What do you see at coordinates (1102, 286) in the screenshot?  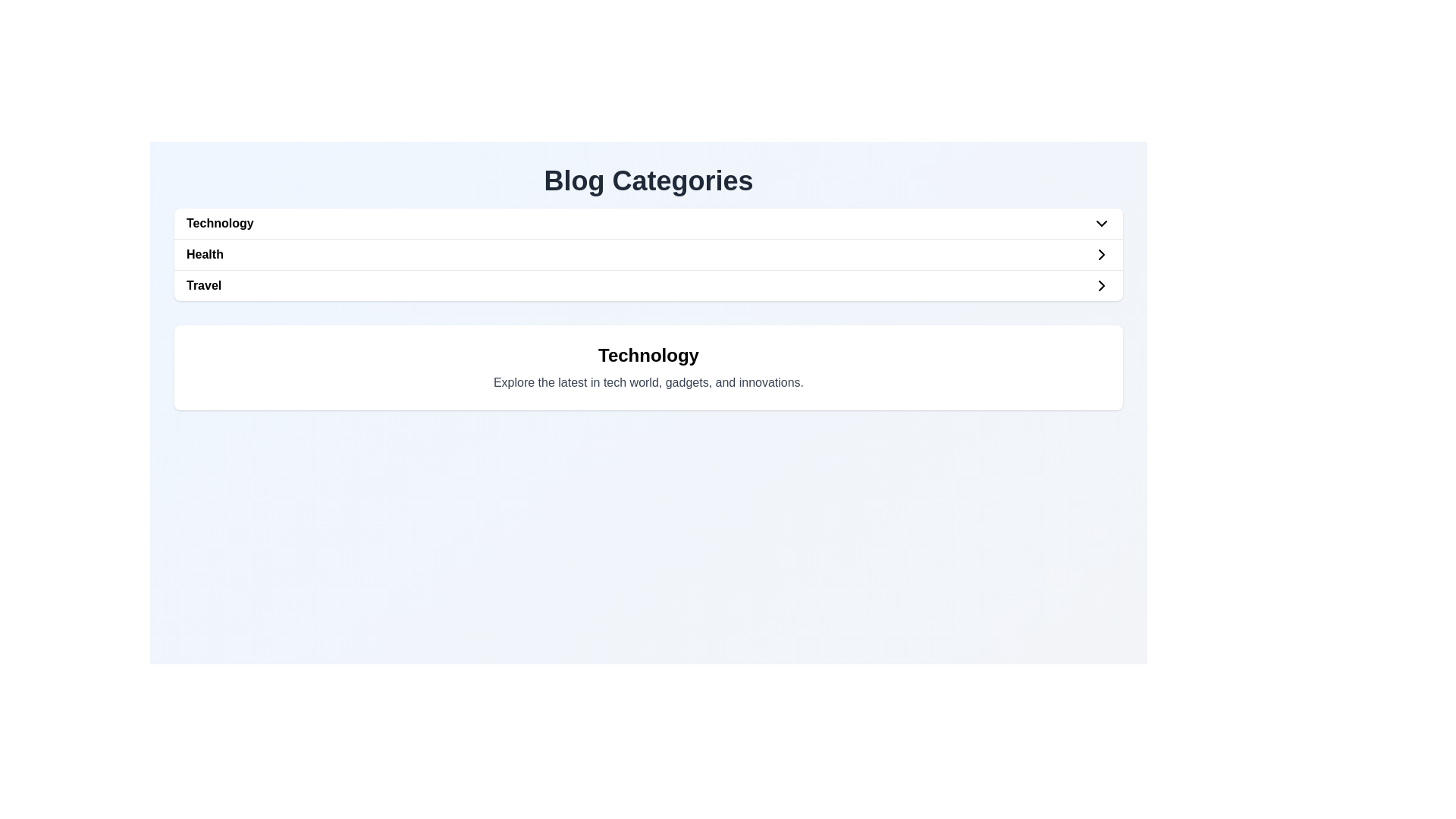 I see `the rightward-pointing chevron icon located at the far right of the 'Travel' section` at bounding box center [1102, 286].